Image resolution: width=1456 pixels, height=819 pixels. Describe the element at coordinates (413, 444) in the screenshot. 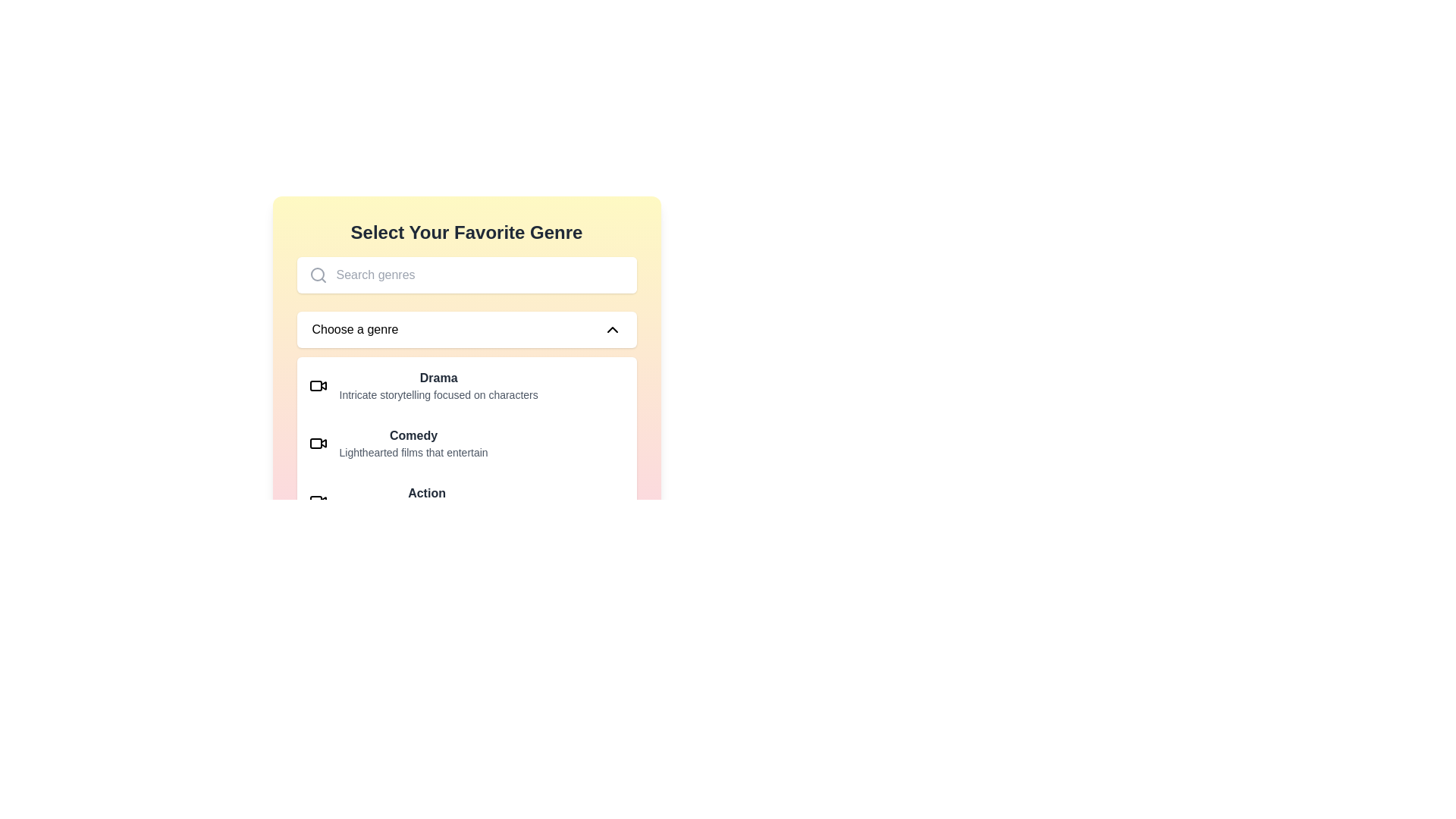

I see `the List item labeled 'Comedy' with the subtitle 'Lighthearted films that entertain'` at that location.